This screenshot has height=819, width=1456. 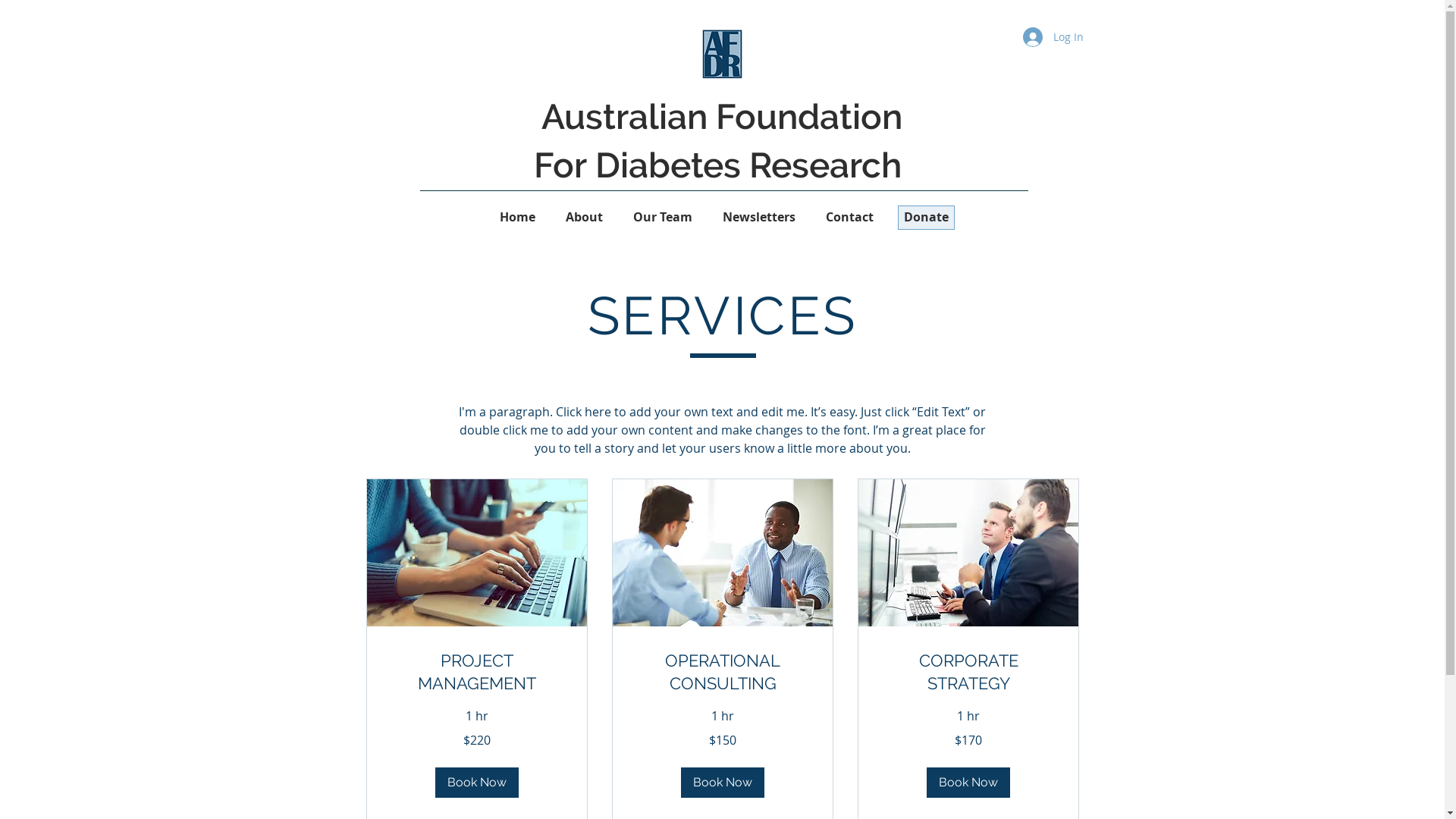 I want to click on 'Log In', so click(x=1051, y=36).